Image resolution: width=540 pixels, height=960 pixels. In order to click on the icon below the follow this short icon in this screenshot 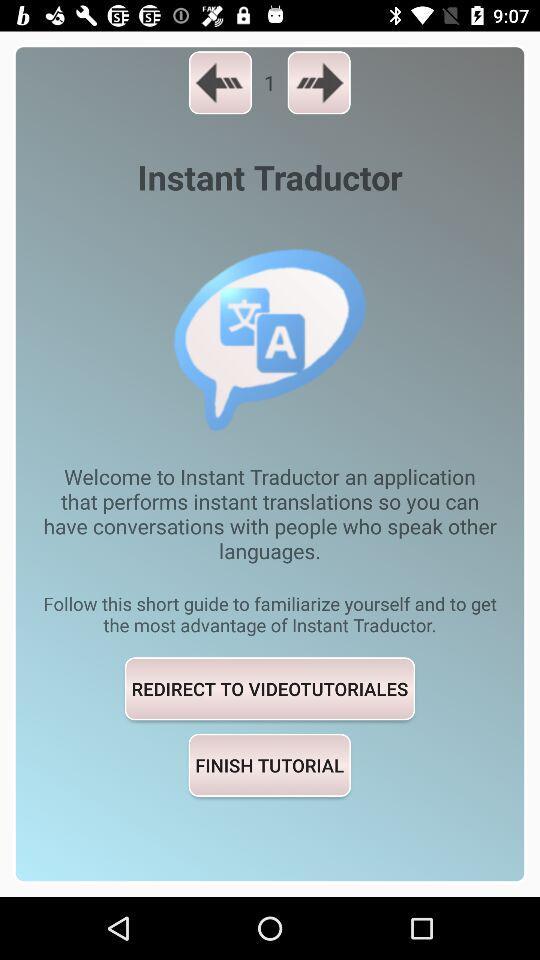, I will do `click(270, 688)`.